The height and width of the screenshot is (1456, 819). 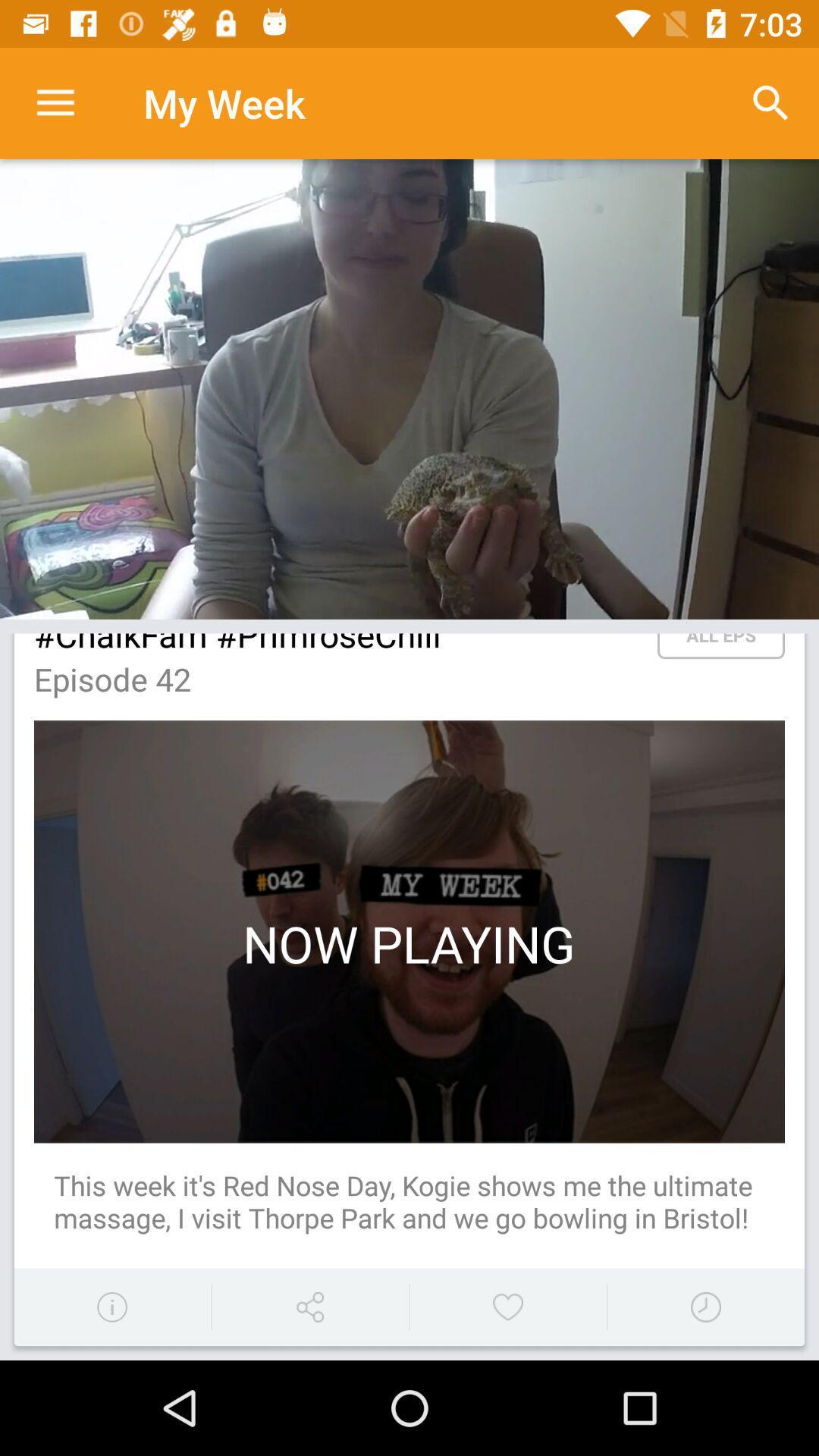 What do you see at coordinates (409, 930) in the screenshot?
I see `the second image of the page` at bounding box center [409, 930].